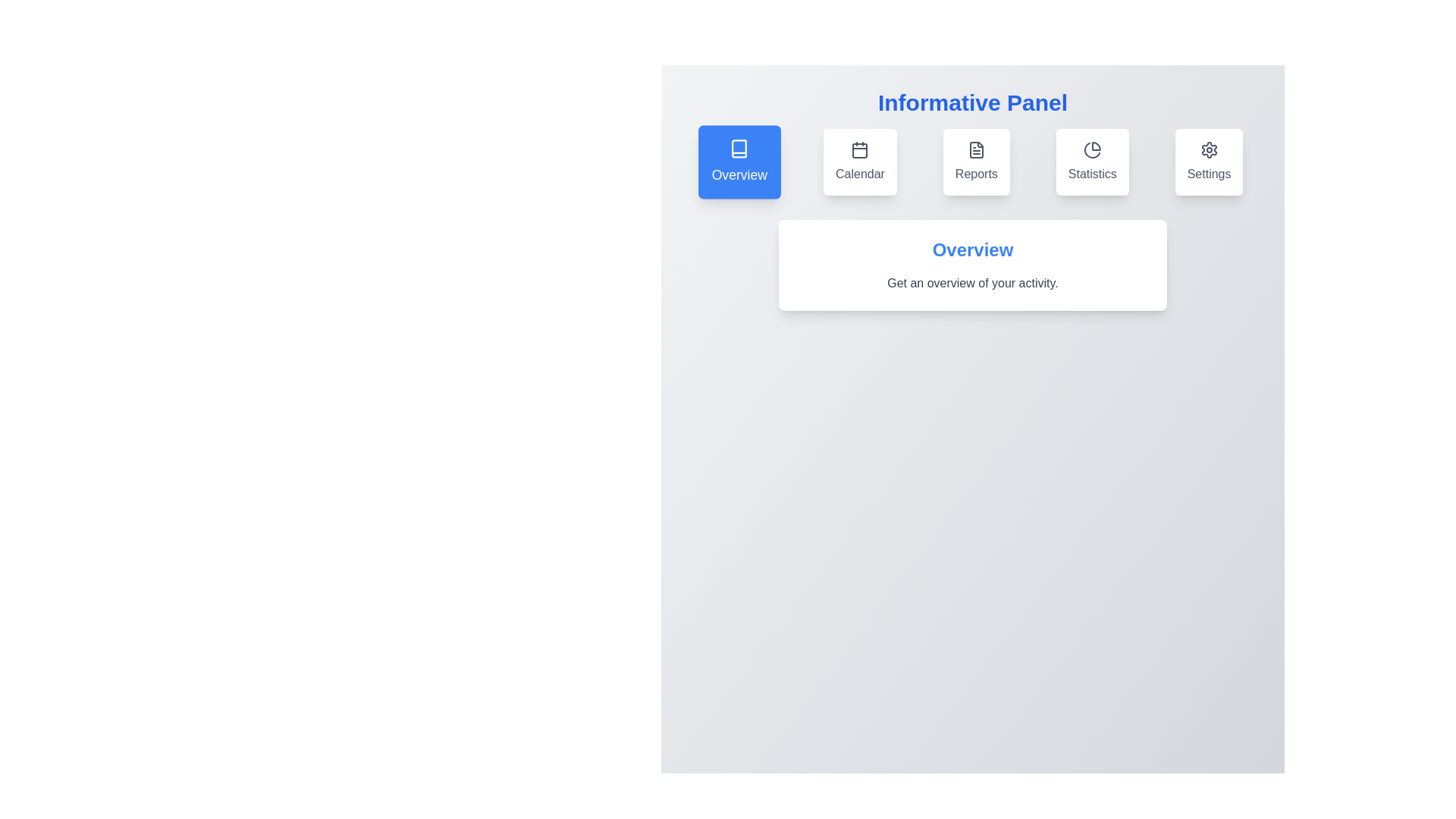 Image resolution: width=1456 pixels, height=819 pixels. I want to click on the 'Statistics' icon graphic located in the fourth button of the top navigation menu, positioned above the 'Statistics' text label, so click(1092, 149).